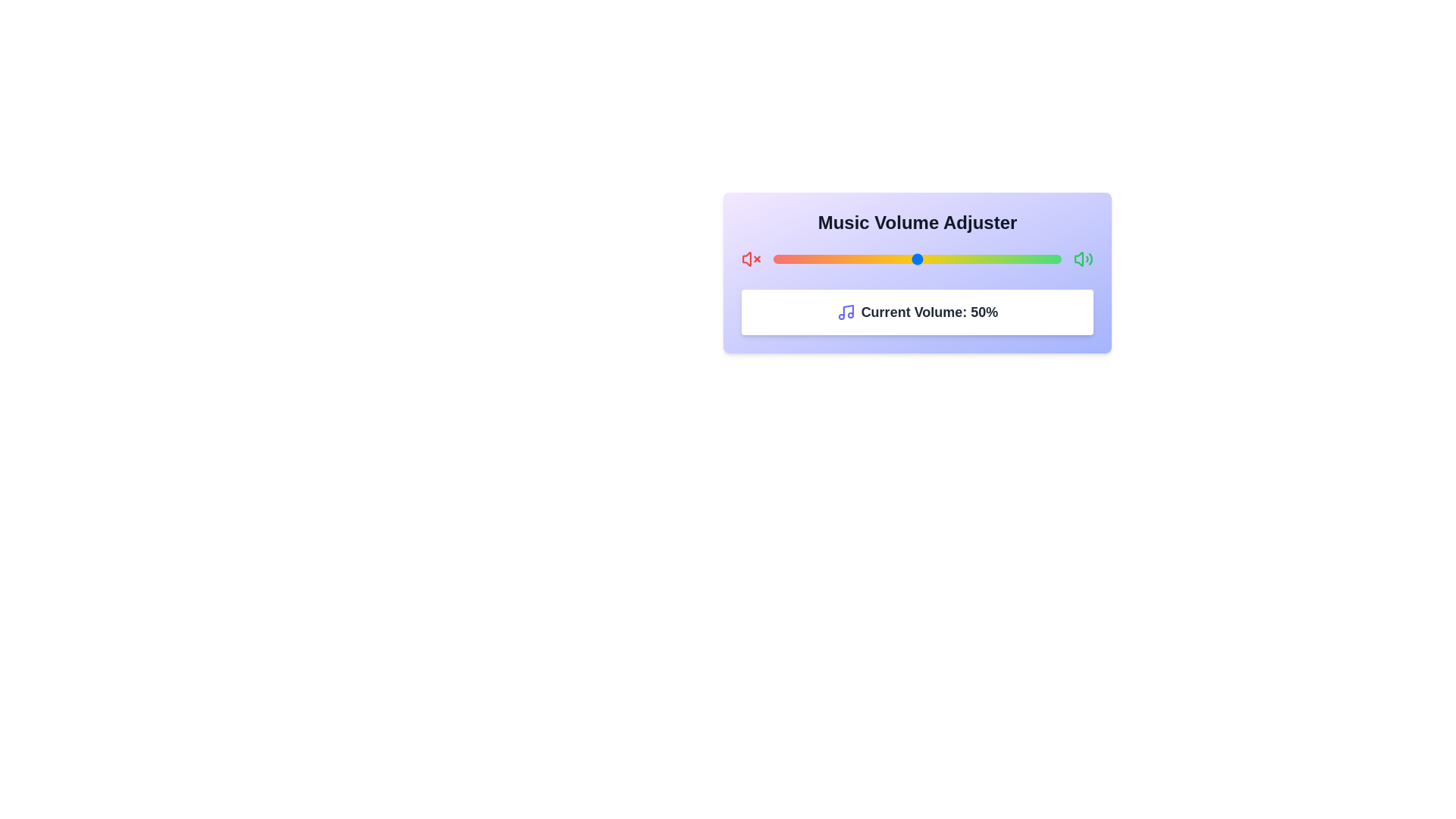 The width and height of the screenshot is (1456, 819). Describe the element at coordinates (1082, 259) in the screenshot. I see `the max volume icon` at that location.